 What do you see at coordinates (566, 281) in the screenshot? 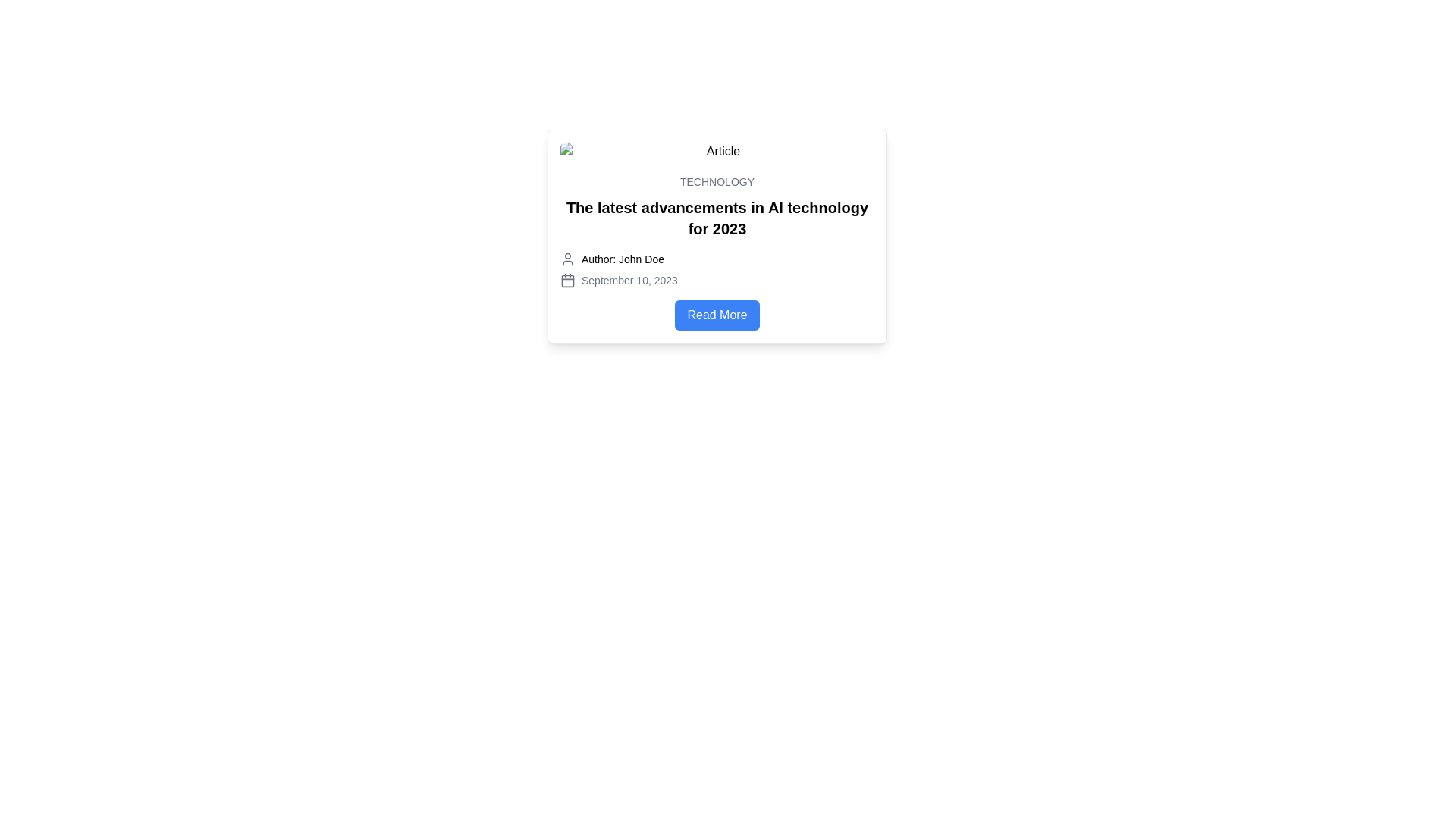
I see `the calendar icon representing date or time-related information located to the left of the text 'September 10, 2023'` at bounding box center [566, 281].